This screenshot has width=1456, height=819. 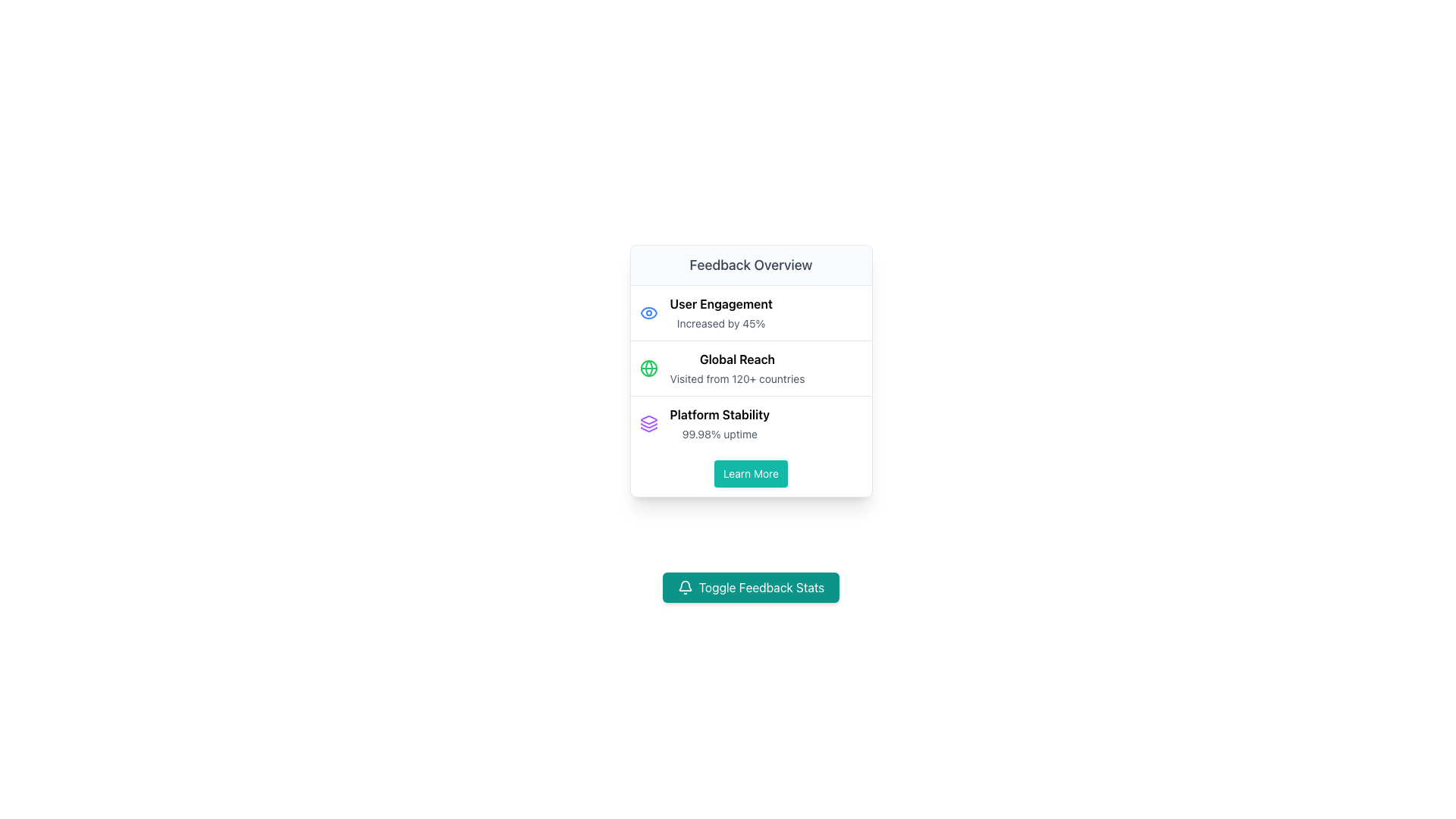 I want to click on the Text Label 'Platform Stability' located in the 'Feedback Overview' card, which is the third row element aligned to the left above '99.98% uptime', so click(x=719, y=415).